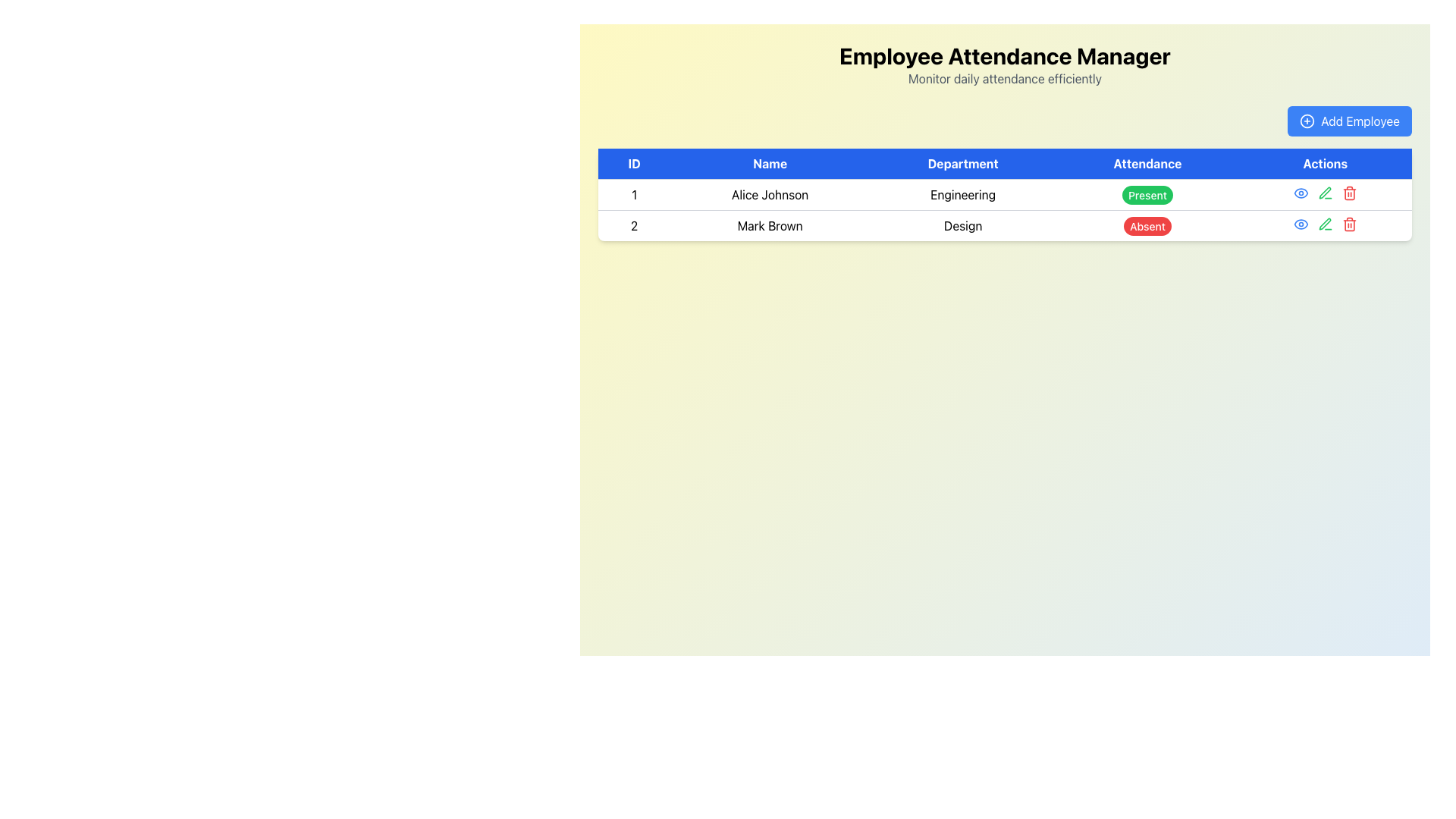 This screenshot has height=819, width=1456. Describe the element at coordinates (1300, 224) in the screenshot. I see `the 'View' icon button located in the 'Actions' column of the first row in the table` at that location.